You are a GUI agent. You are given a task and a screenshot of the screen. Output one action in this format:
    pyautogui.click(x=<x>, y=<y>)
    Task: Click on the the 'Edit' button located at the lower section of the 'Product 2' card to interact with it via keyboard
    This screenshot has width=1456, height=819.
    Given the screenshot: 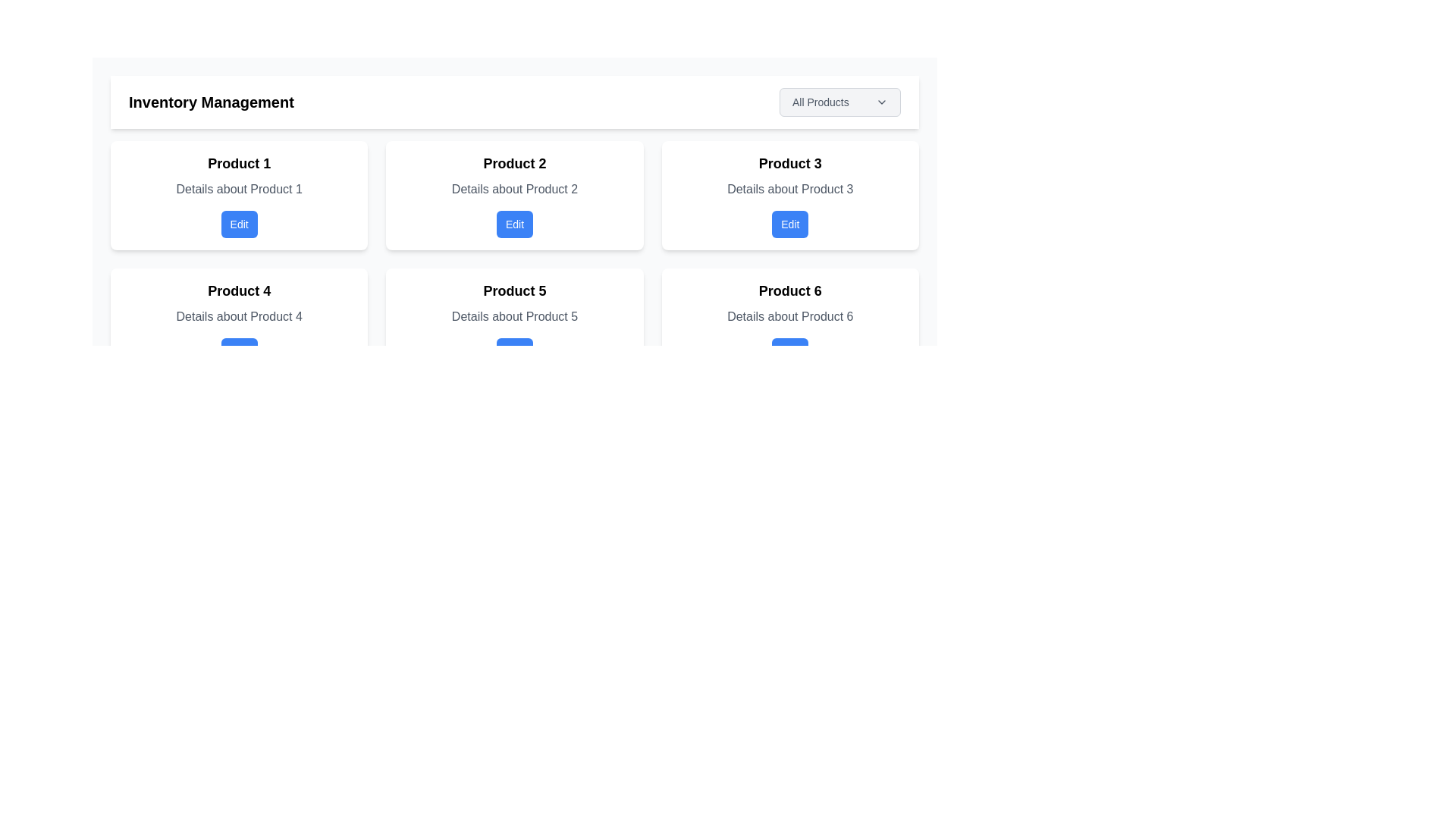 What is the action you would take?
    pyautogui.click(x=514, y=224)
    